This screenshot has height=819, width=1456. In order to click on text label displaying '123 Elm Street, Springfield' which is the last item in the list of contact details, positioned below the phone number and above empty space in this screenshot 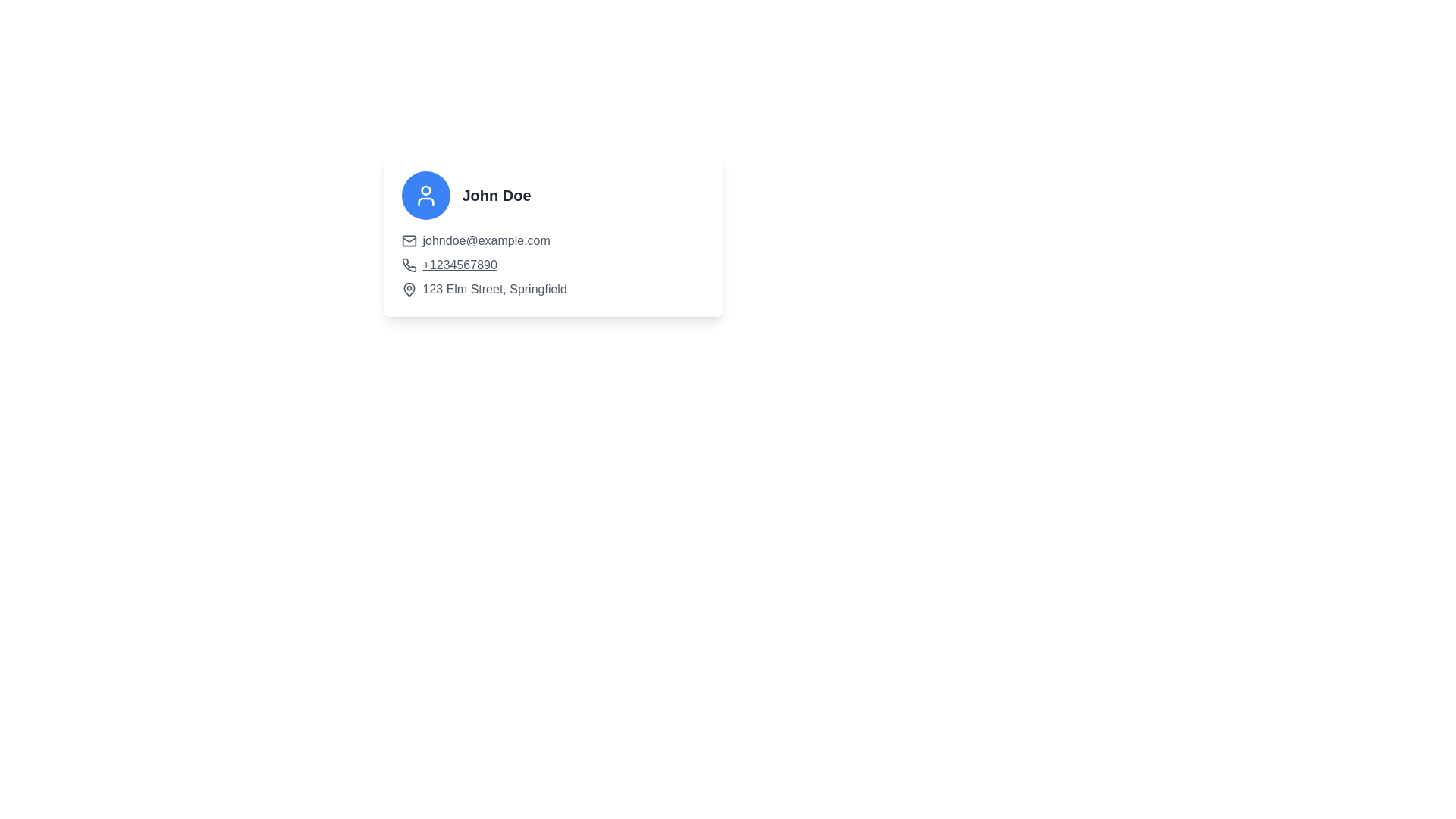, I will do `click(494, 289)`.